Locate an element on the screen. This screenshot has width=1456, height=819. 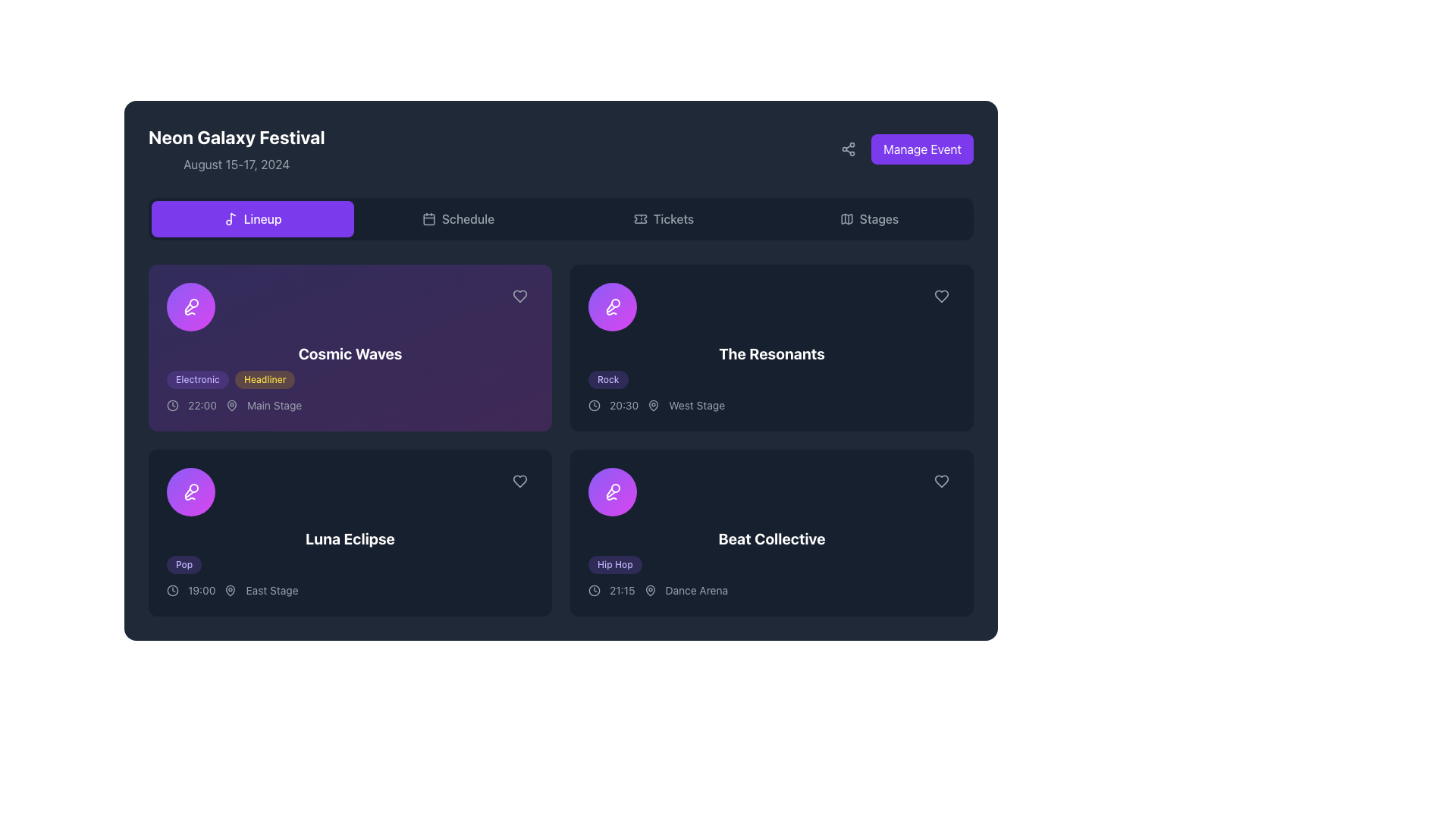
the pin icon located to the left of the 'Main Stage' label under the event information for 'Cosmic Waves' in the lineup section is located at coordinates (231, 405).